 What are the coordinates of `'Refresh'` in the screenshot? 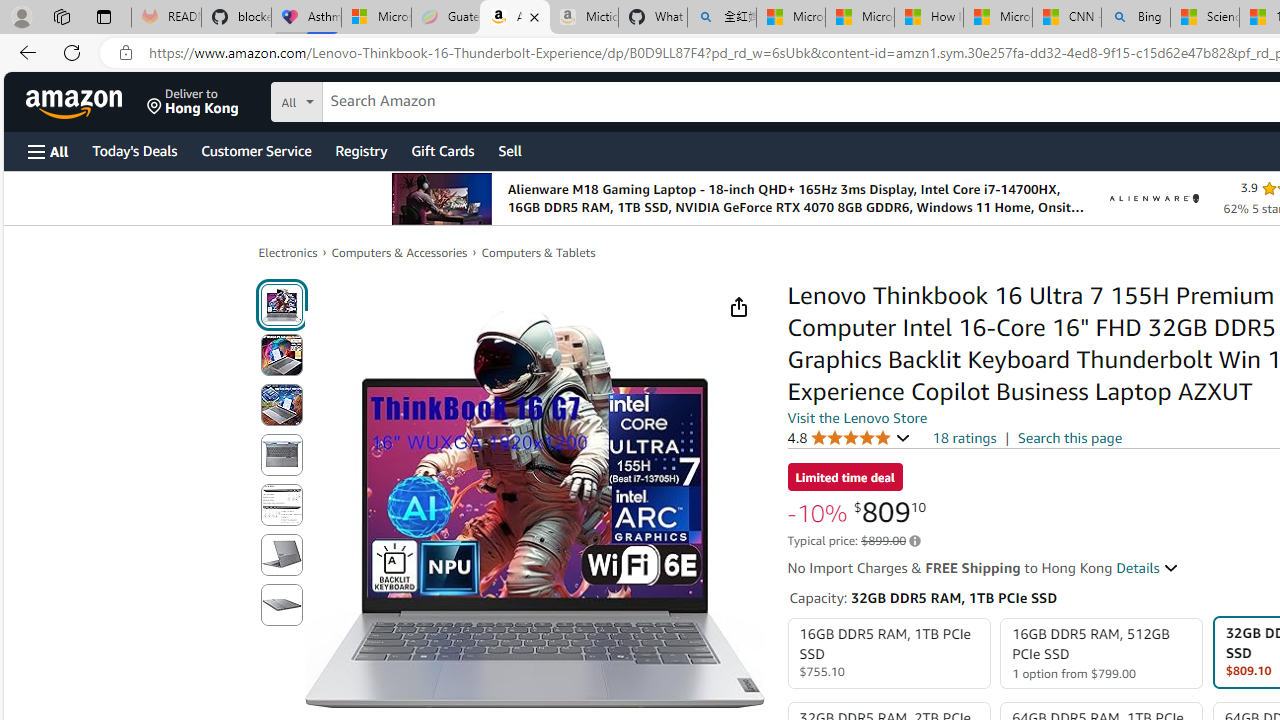 It's located at (72, 51).